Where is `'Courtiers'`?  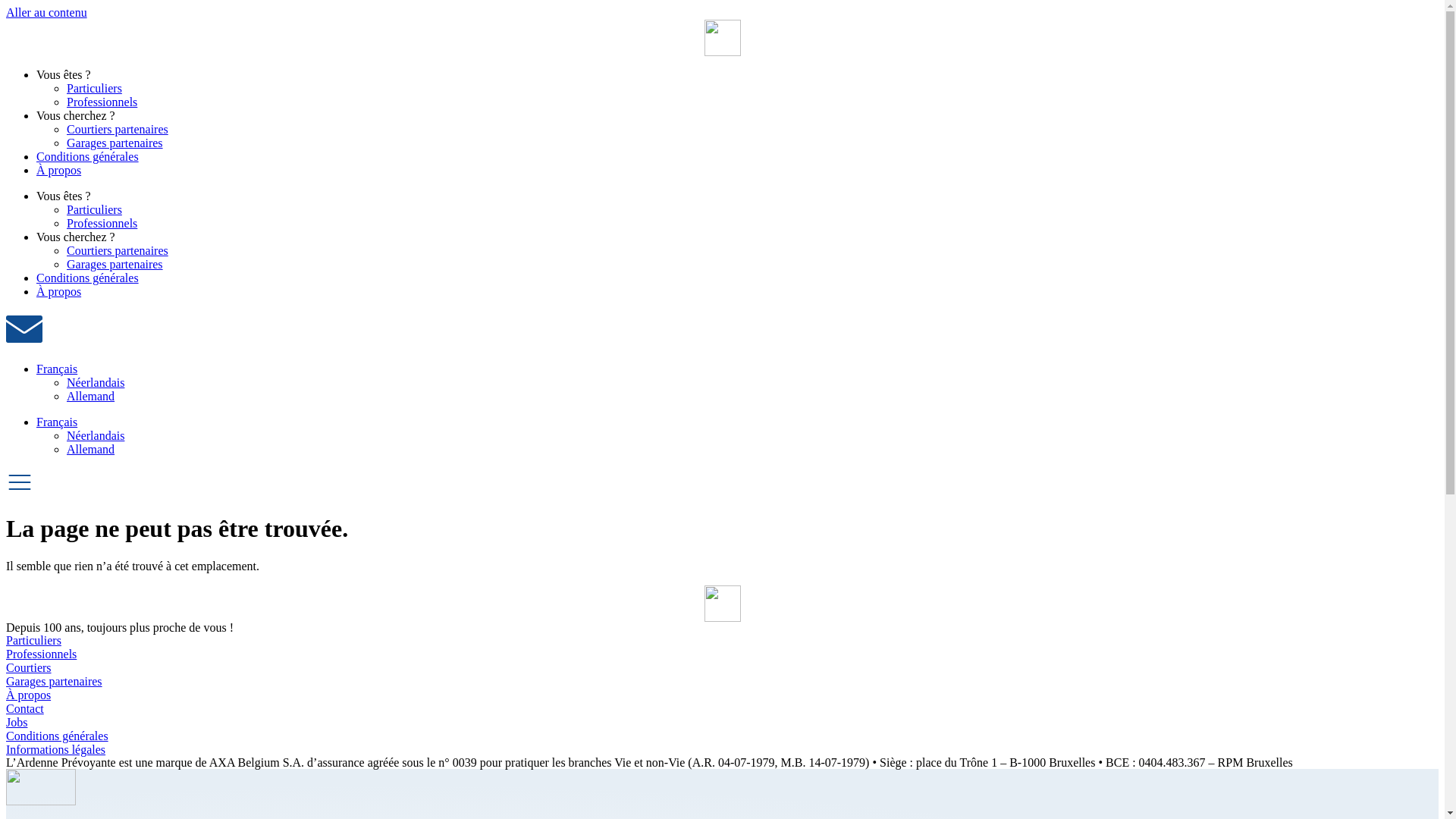
'Courtiers' is located at coordinates (721, 667).